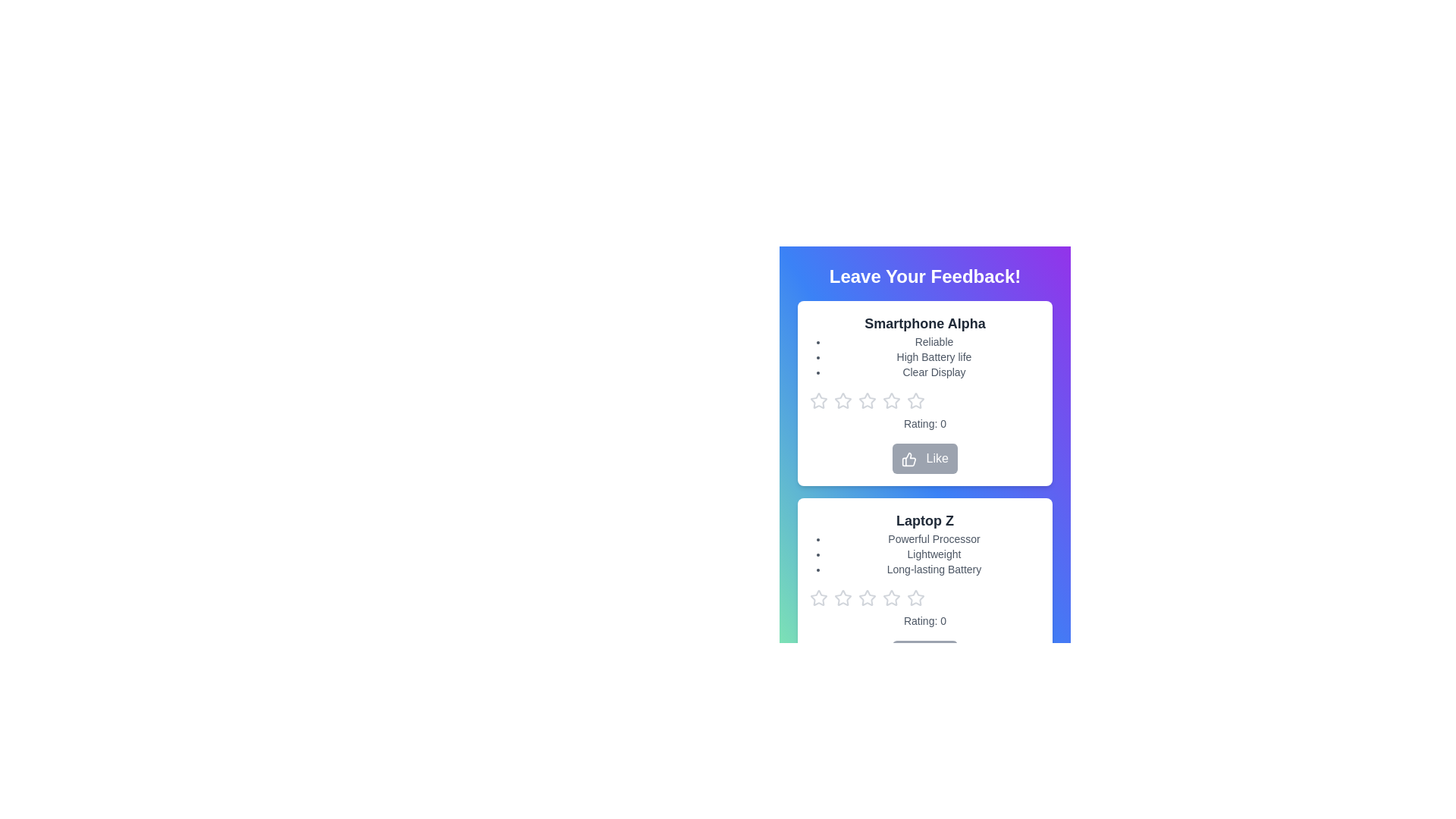 The image size is (1456, 819). What do you see at coordinates (924, 400) in the screenshot?
I see `the stars in the Interactive rating component located near the middle of the 'Smartphone Alpha' card to provide a rating` at bounding box center [924, 400].